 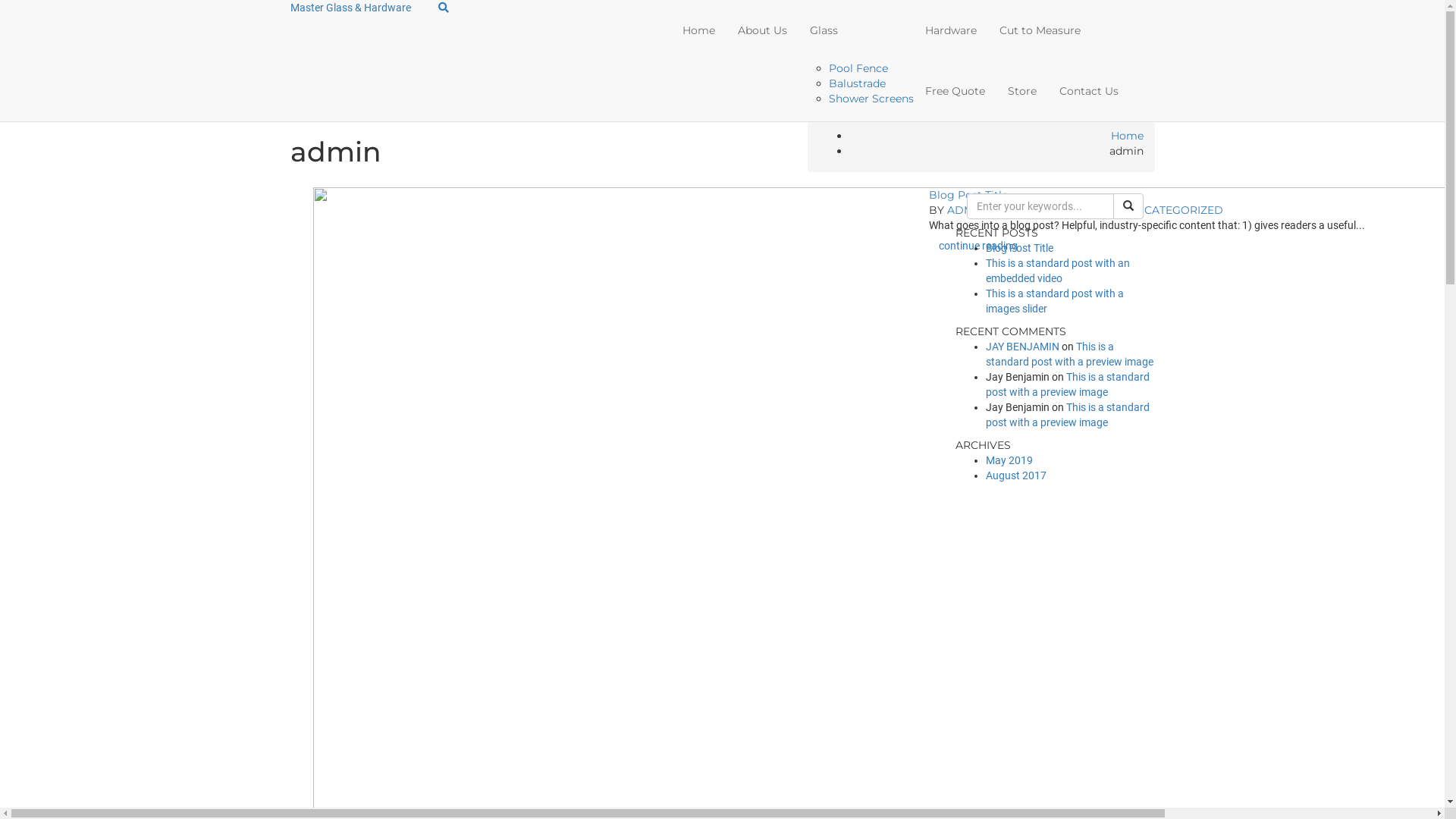 What do you see at coordinates (762, 30) in the screenshot?
I see `'About Us'` at bounding box center [762, 30].